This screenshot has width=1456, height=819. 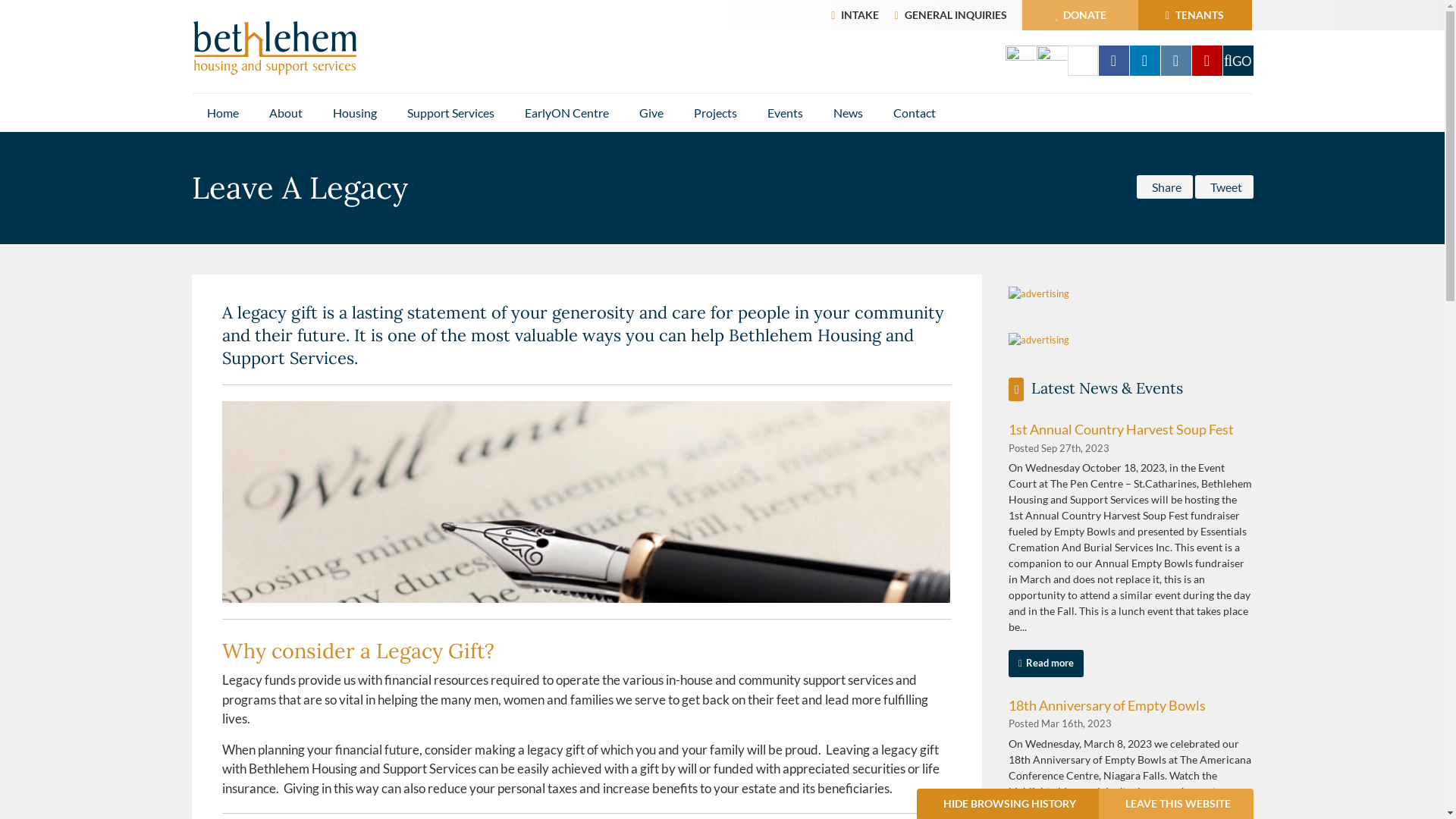 I want to click on 'Housing', so click(x=315, y=112).